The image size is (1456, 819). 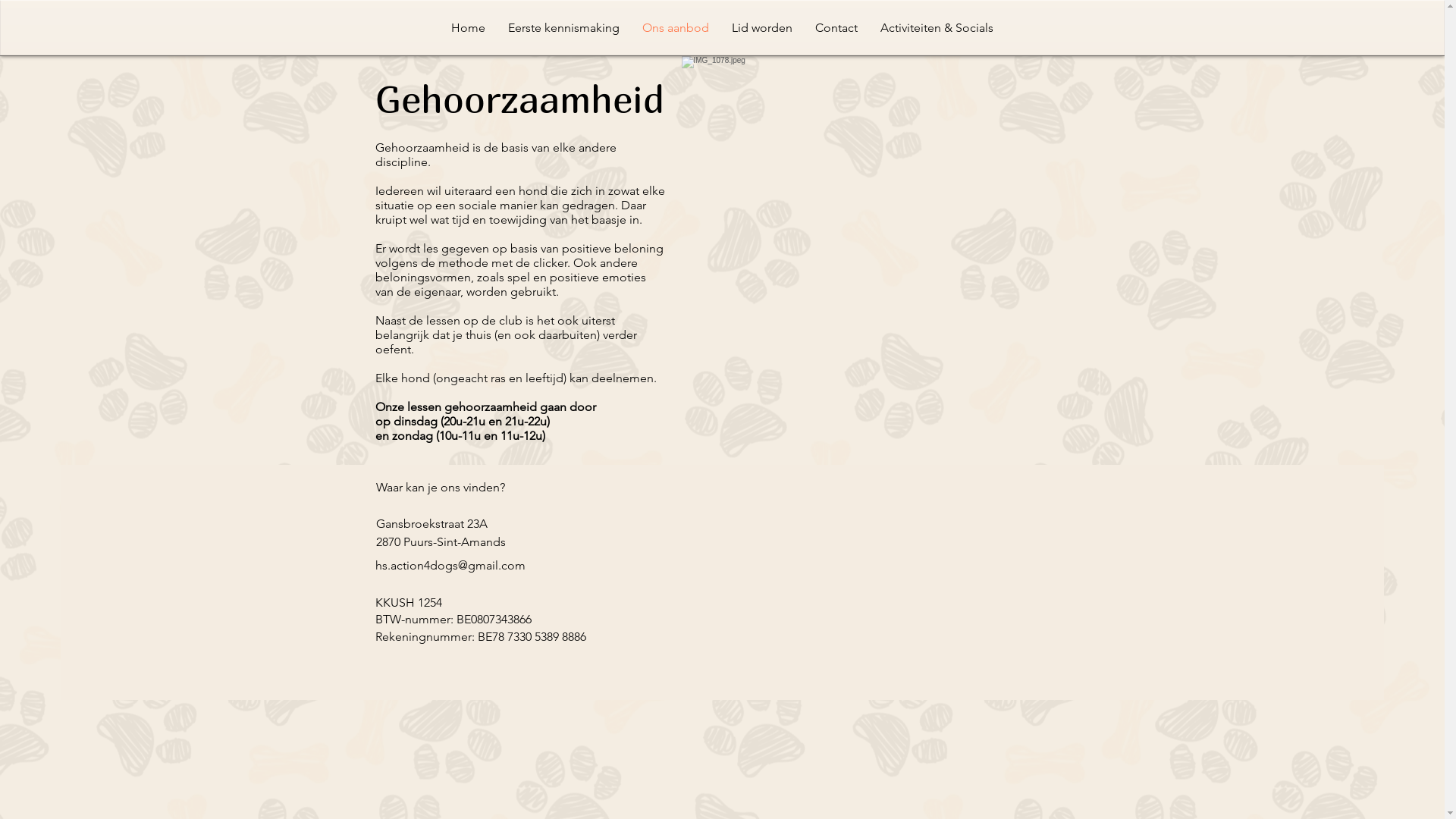 I want to click on 'Contact', so click(x=836, y=28).